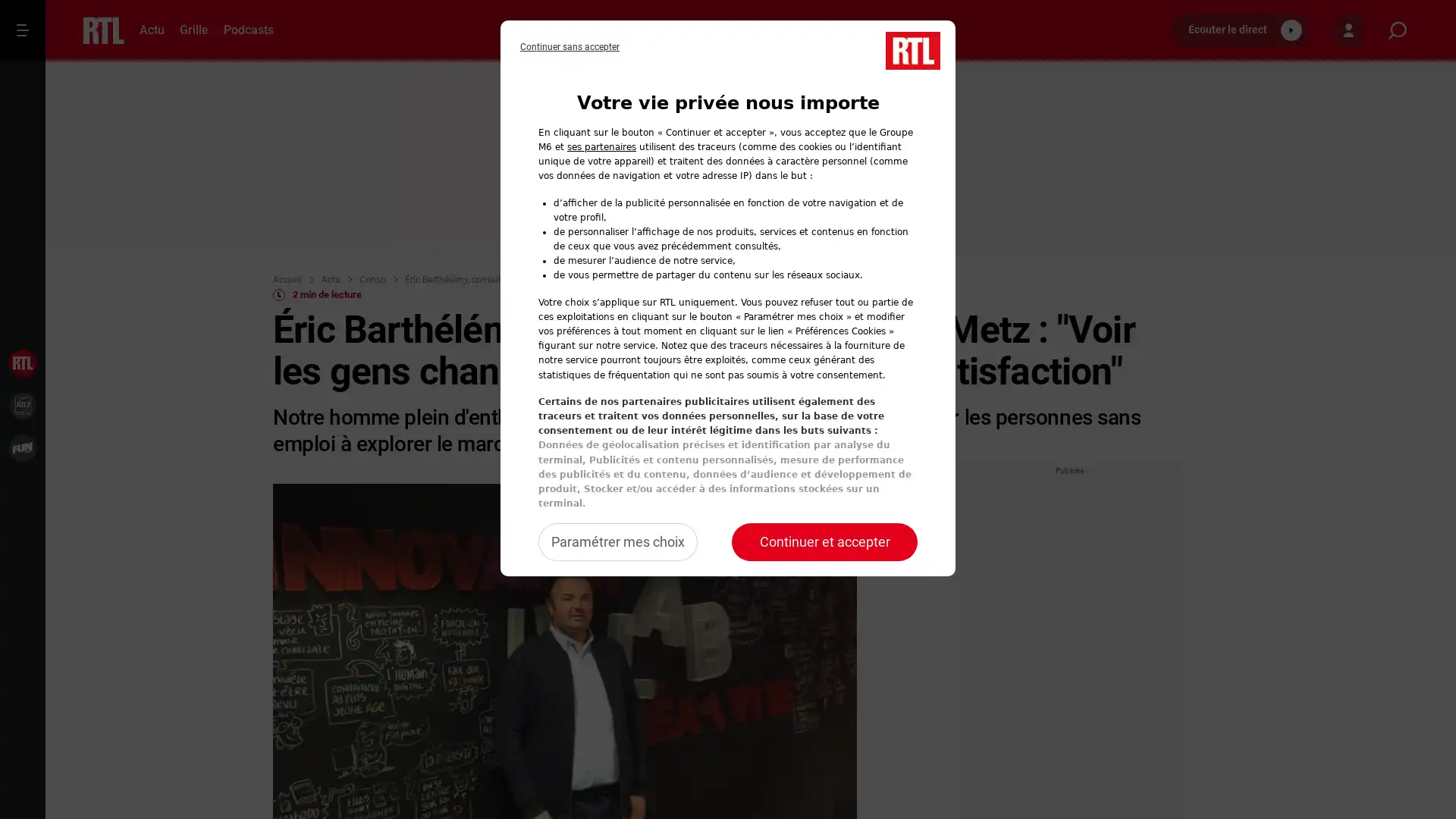 Image resolution: width=1456 pixels, height=819 pixels. What do you see at coordinates (618, 541) in the screenshot?
I see `Configurer vos consentements` at bounding box center [618, 541].